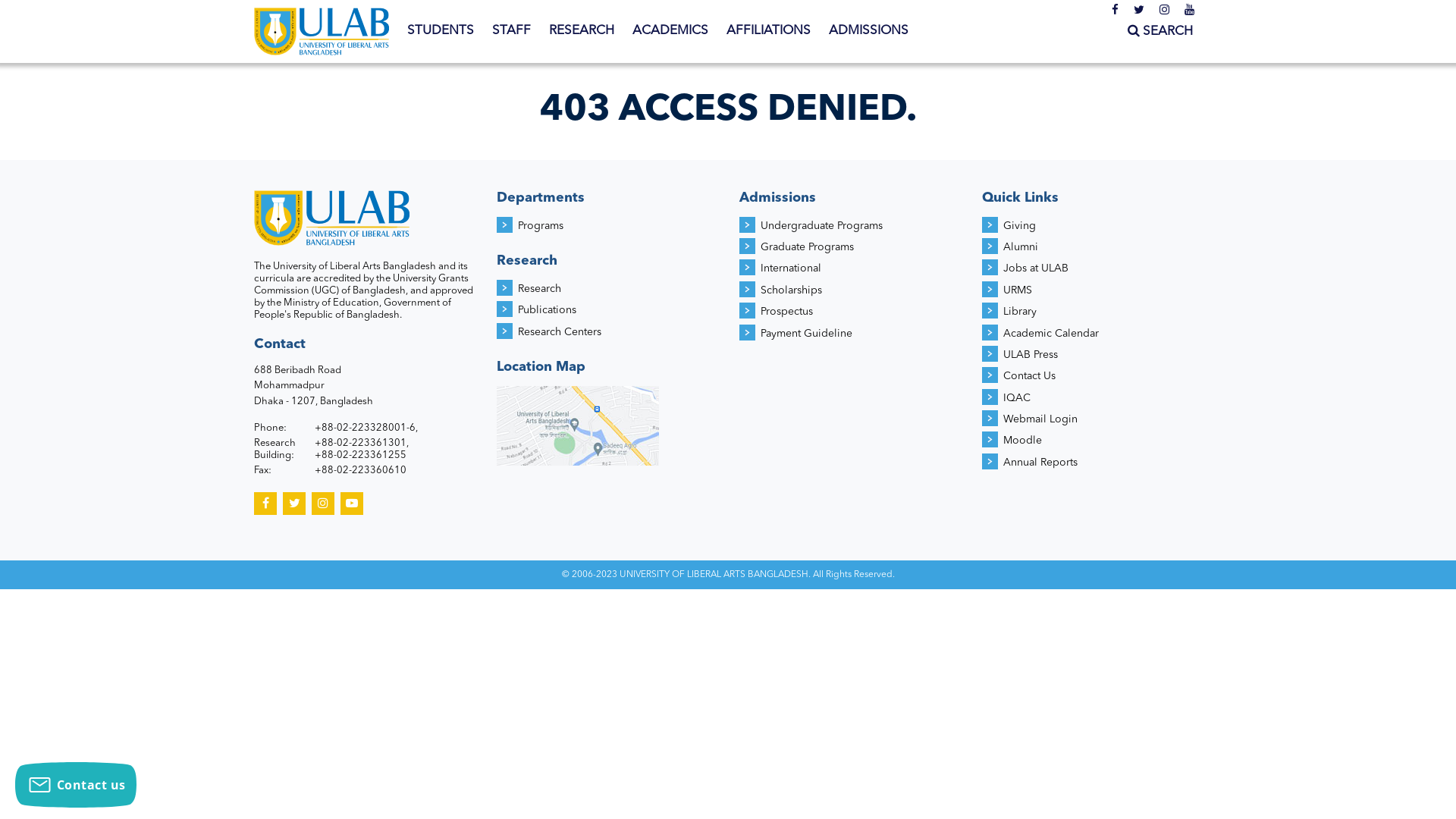  Describe the element at coordinates (1029, 375) in the screenshot. I see `'Contact Us'` at that location.